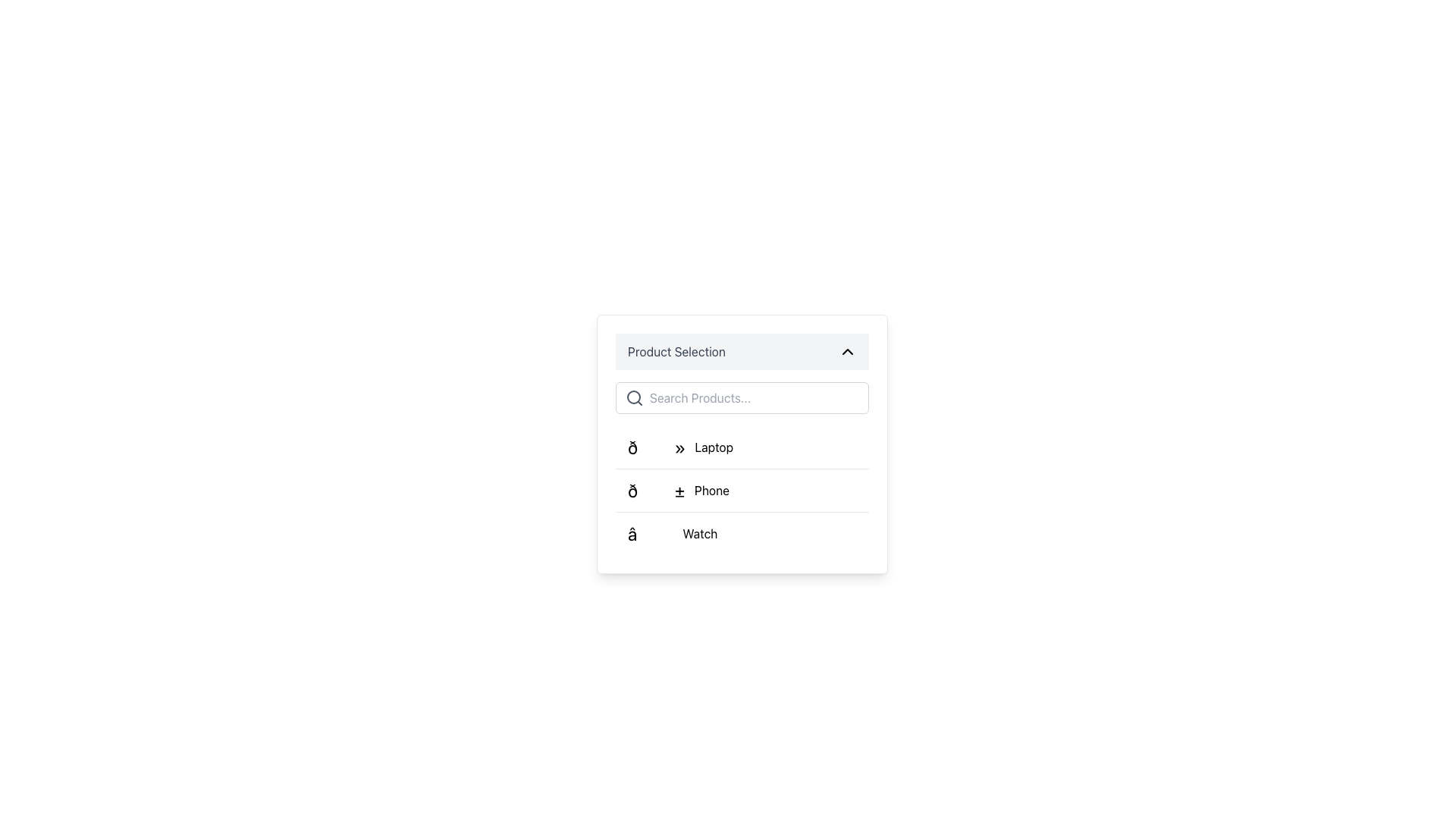 The image size is (1456, 819). What do you see at coordinates (742, 447) in the screenshot?
I see `the first selectable item in the dropdown menu` at bounding box center [742, 447].